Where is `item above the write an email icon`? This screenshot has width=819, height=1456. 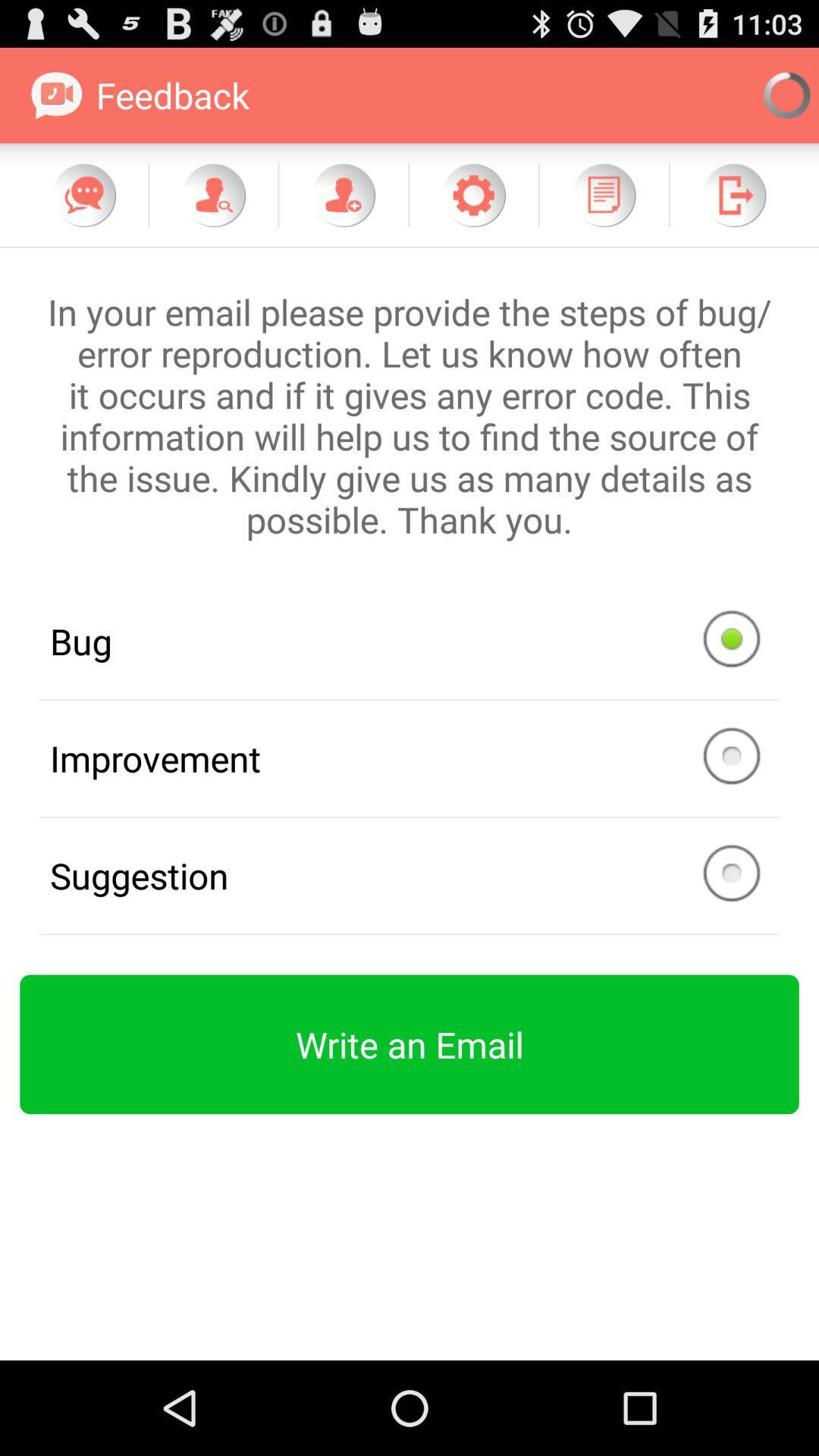
item above the write an email icon is located at coordinates (409, 876).